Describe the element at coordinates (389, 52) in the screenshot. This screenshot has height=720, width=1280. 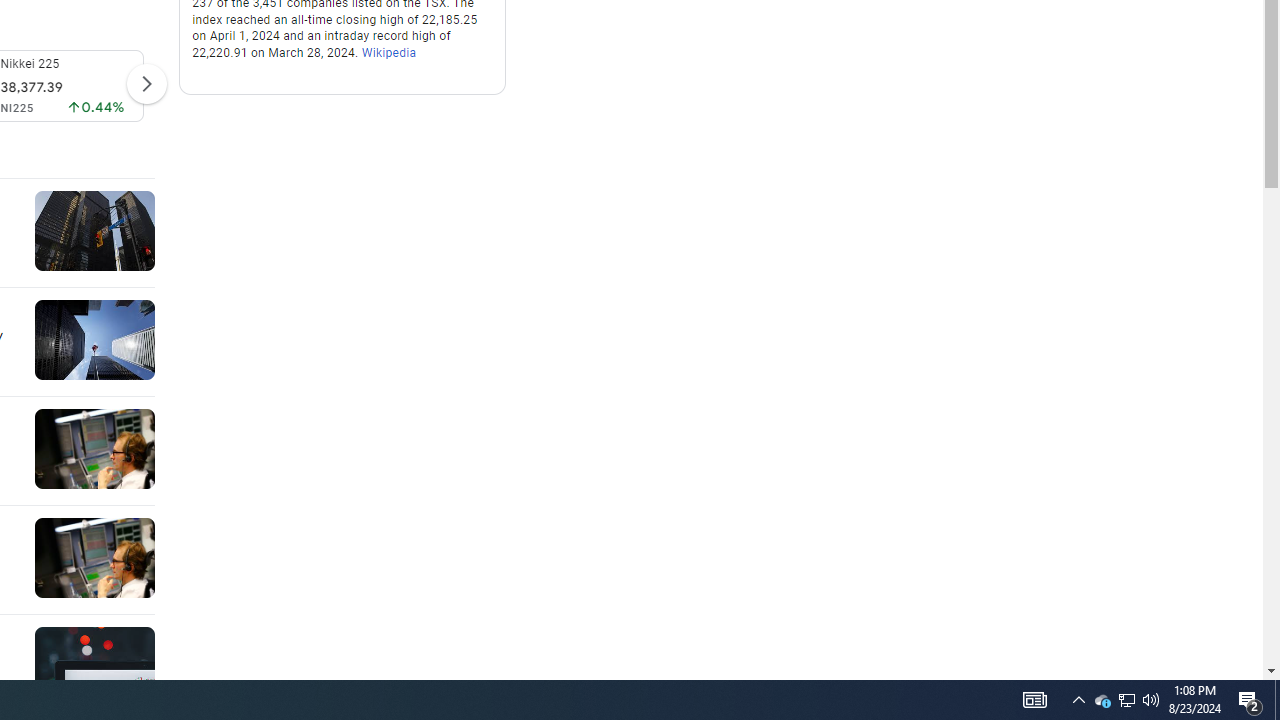
I see `'Wikipedia'` at that location.